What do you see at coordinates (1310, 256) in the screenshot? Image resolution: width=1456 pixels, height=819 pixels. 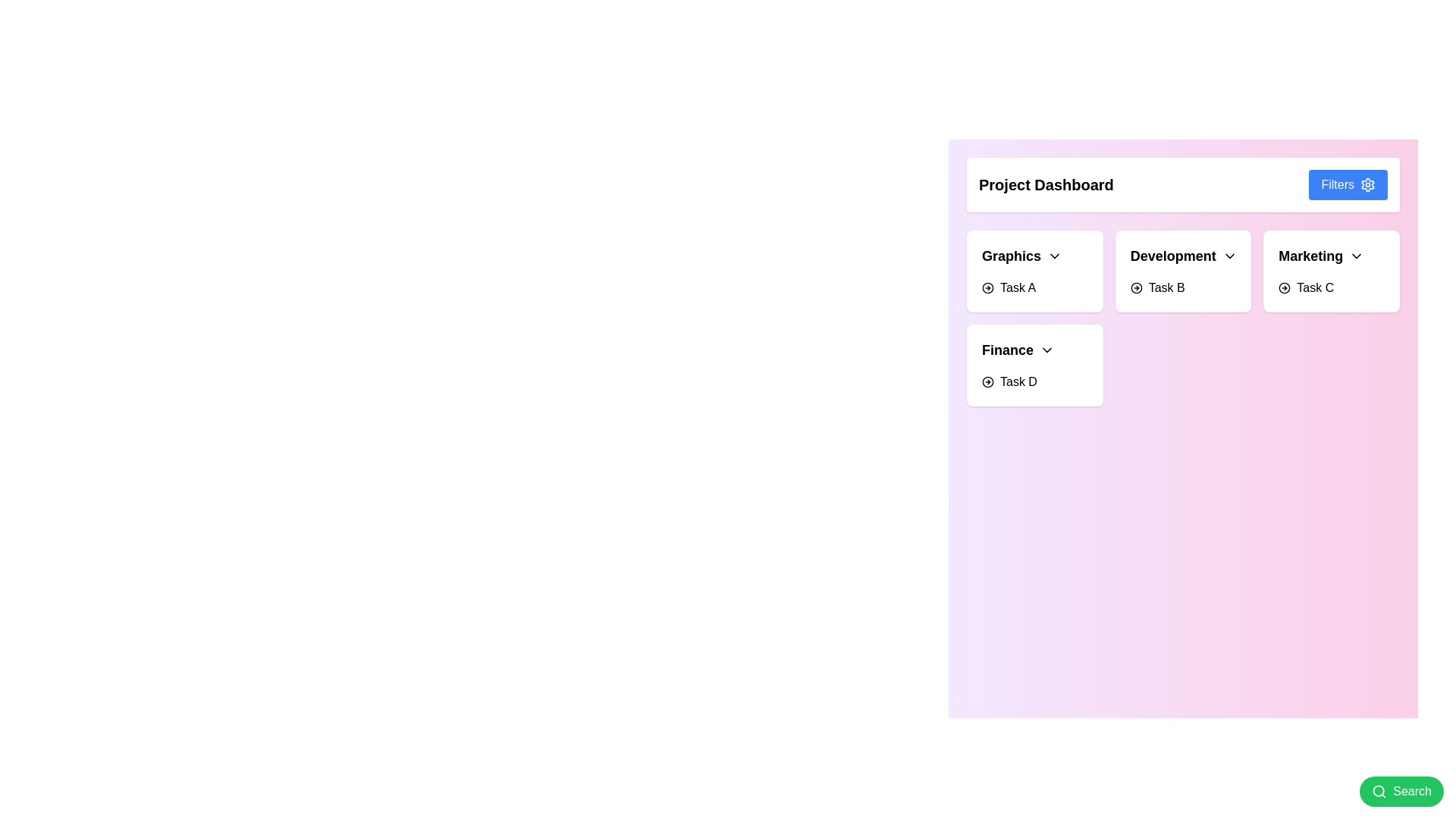 I see `the 'Marketing' text label in the top-right card of the 2x2 grid` at bounding box center [1310, 256].